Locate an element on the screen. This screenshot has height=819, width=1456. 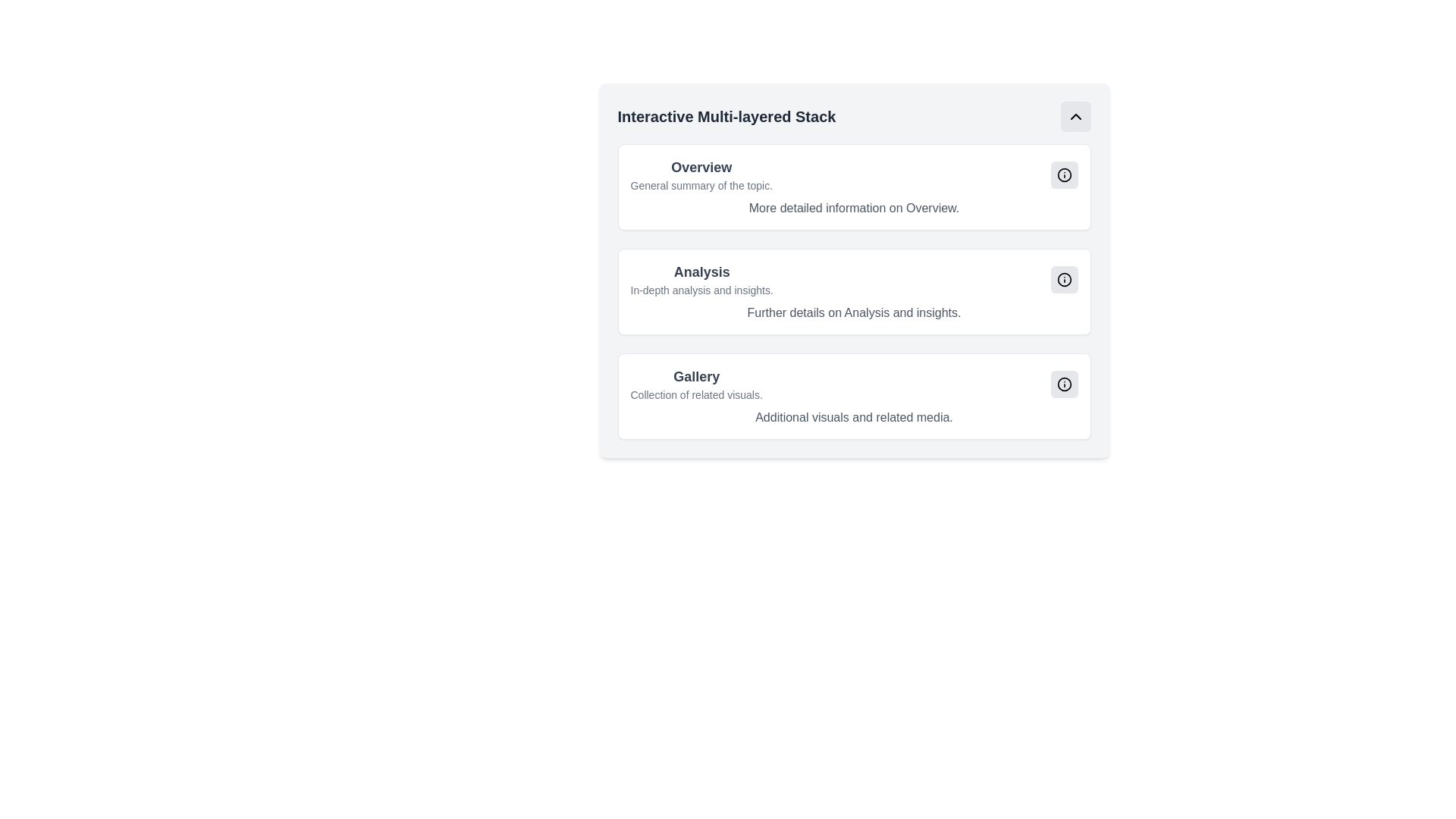
the icon located in the top-right corner of the 'Analysis' section is located at coordinates (1063, 280).